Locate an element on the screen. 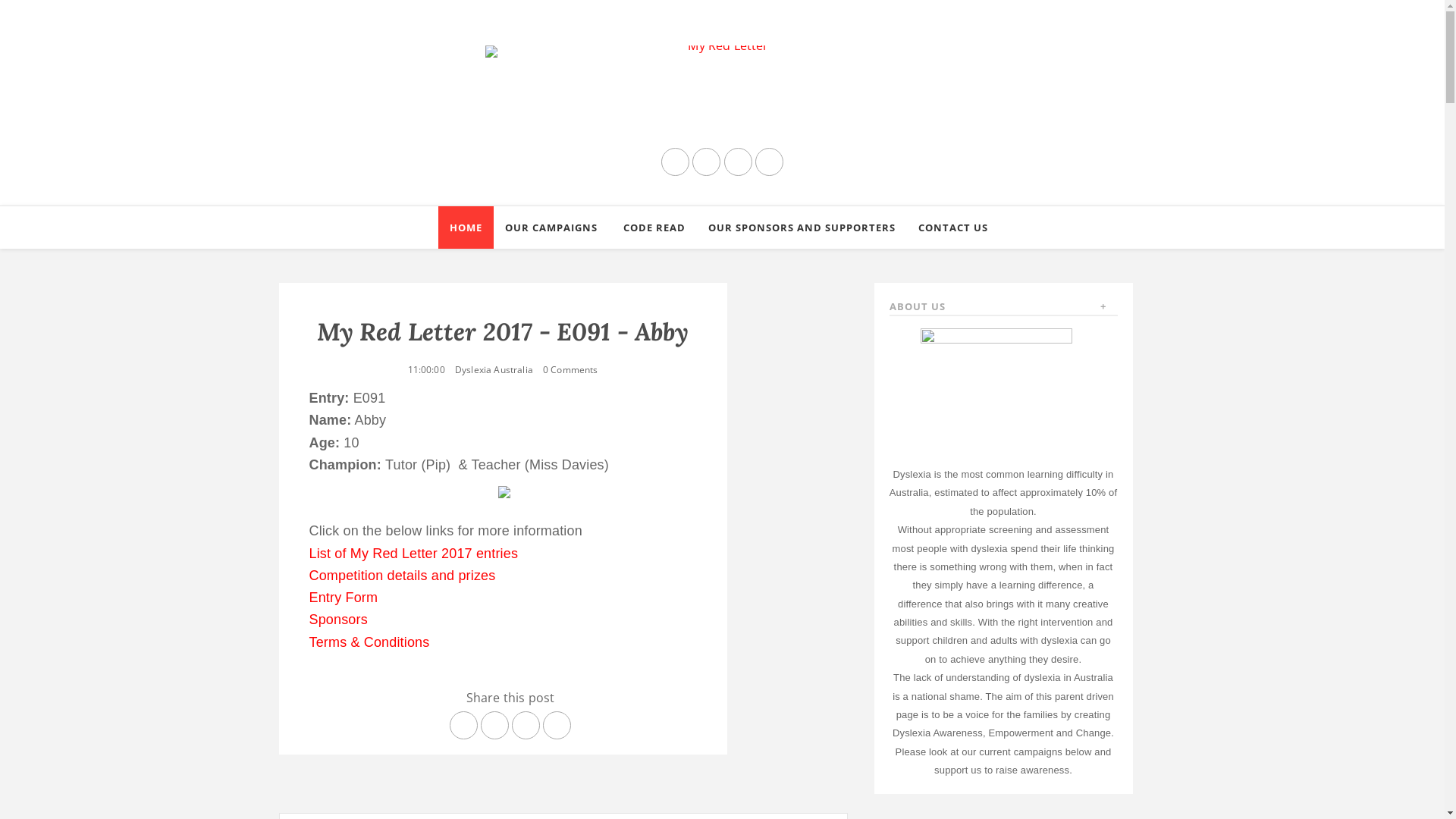  'Terms & Conditions' is located at coordinates (369, 642).